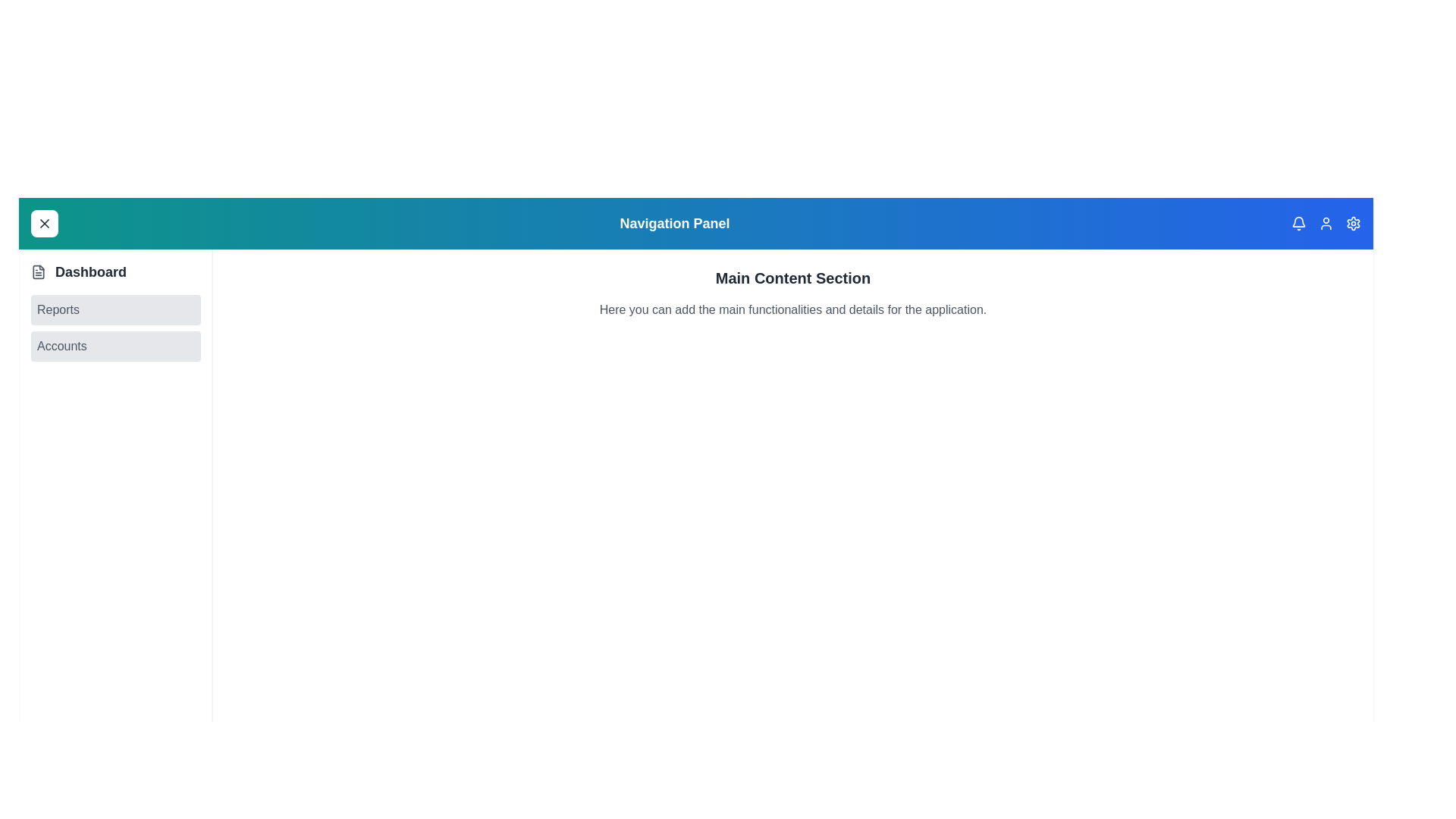 Image resolution: width=1456 pixels, height=819 pixels. Describe the element at coordinates (44, 223) in the screenshot. I see `the stylized 'X' icon located at the top-left corner of the navigation bar` at that location.